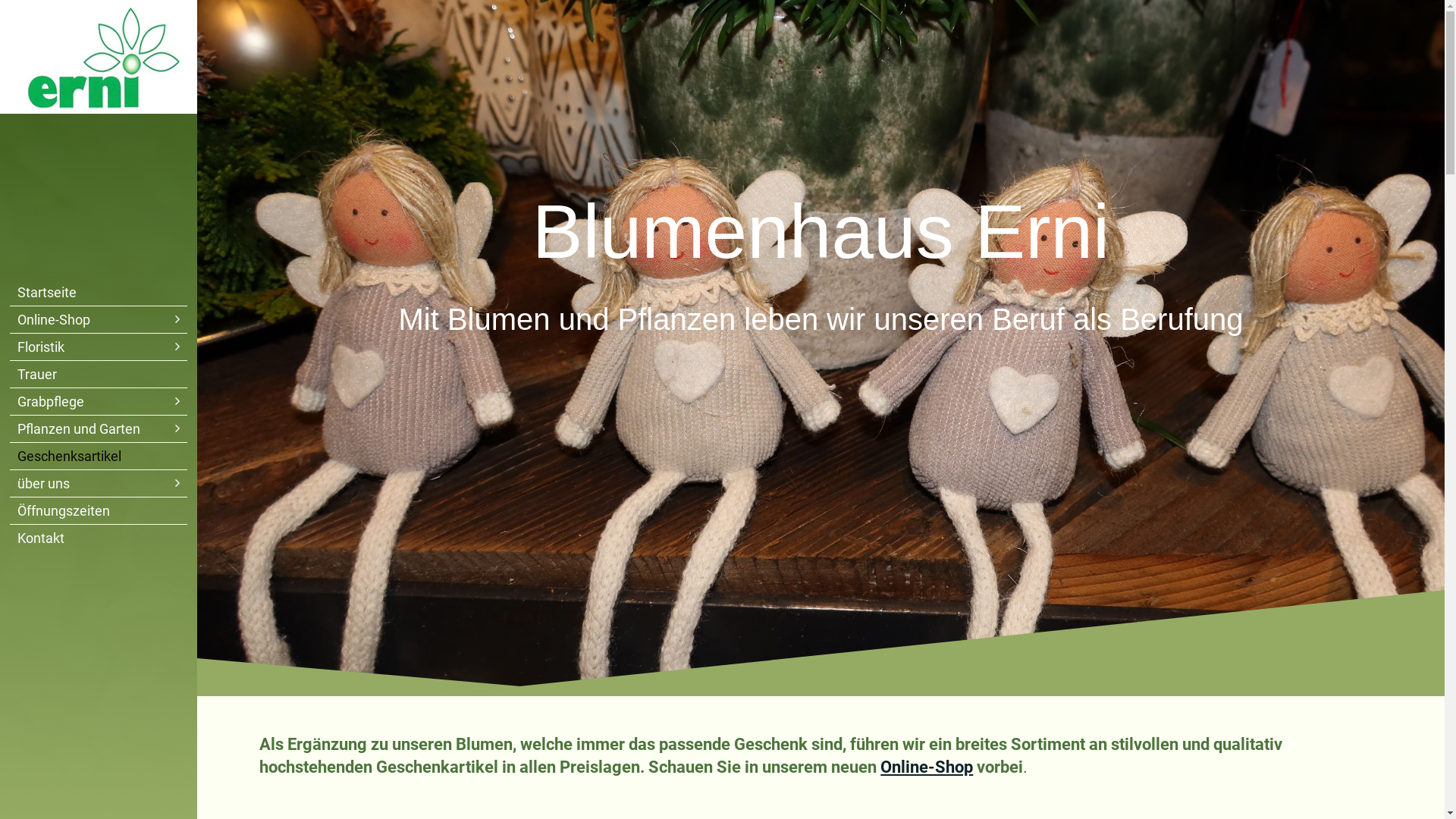  What do you see at coordinates (97, 374) in the screenshot?
I see `'Trauer'` at bounding box center [97, 374].